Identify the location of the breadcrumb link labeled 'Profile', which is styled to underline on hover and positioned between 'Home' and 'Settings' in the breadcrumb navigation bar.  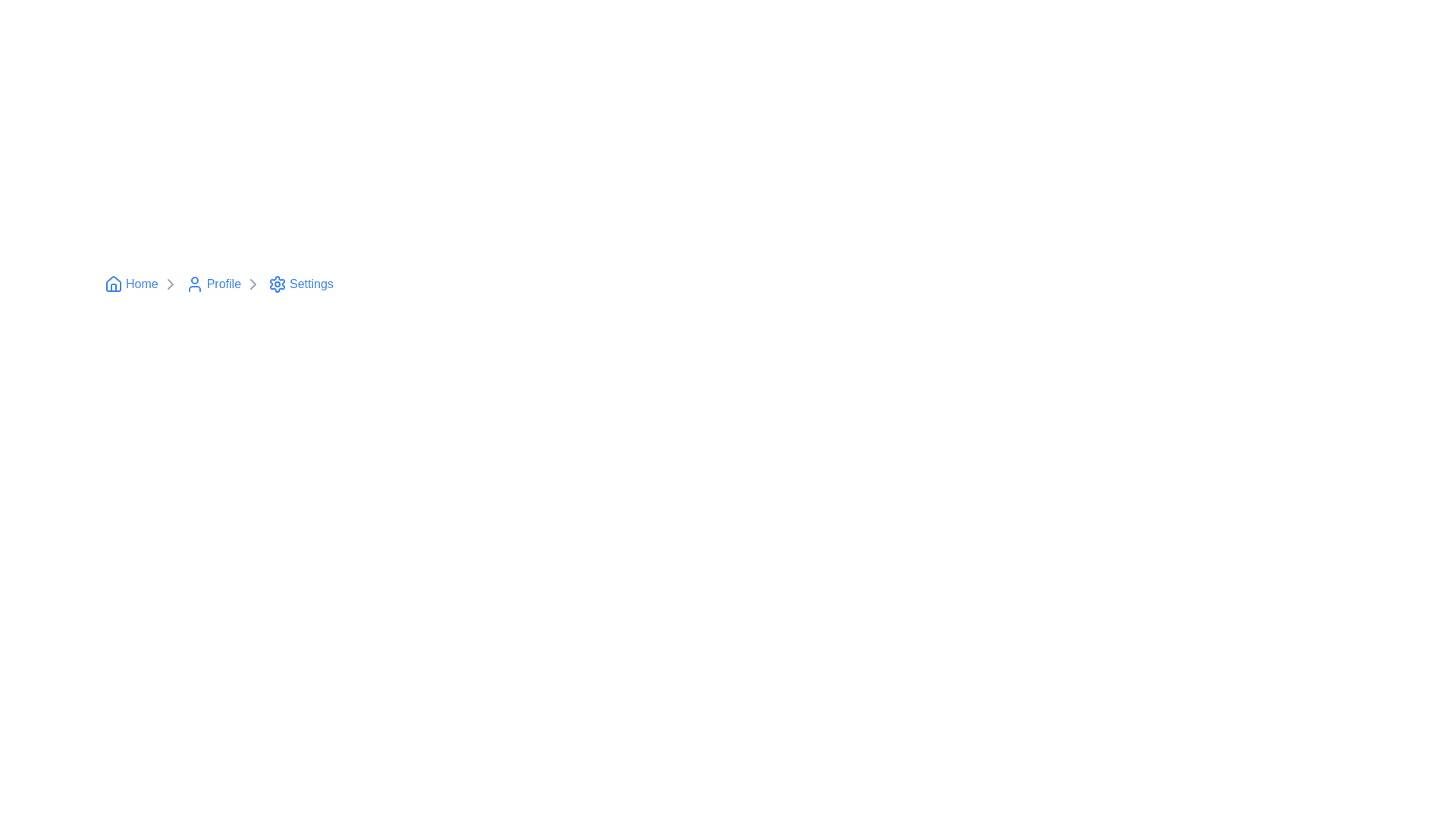
(223, 284).